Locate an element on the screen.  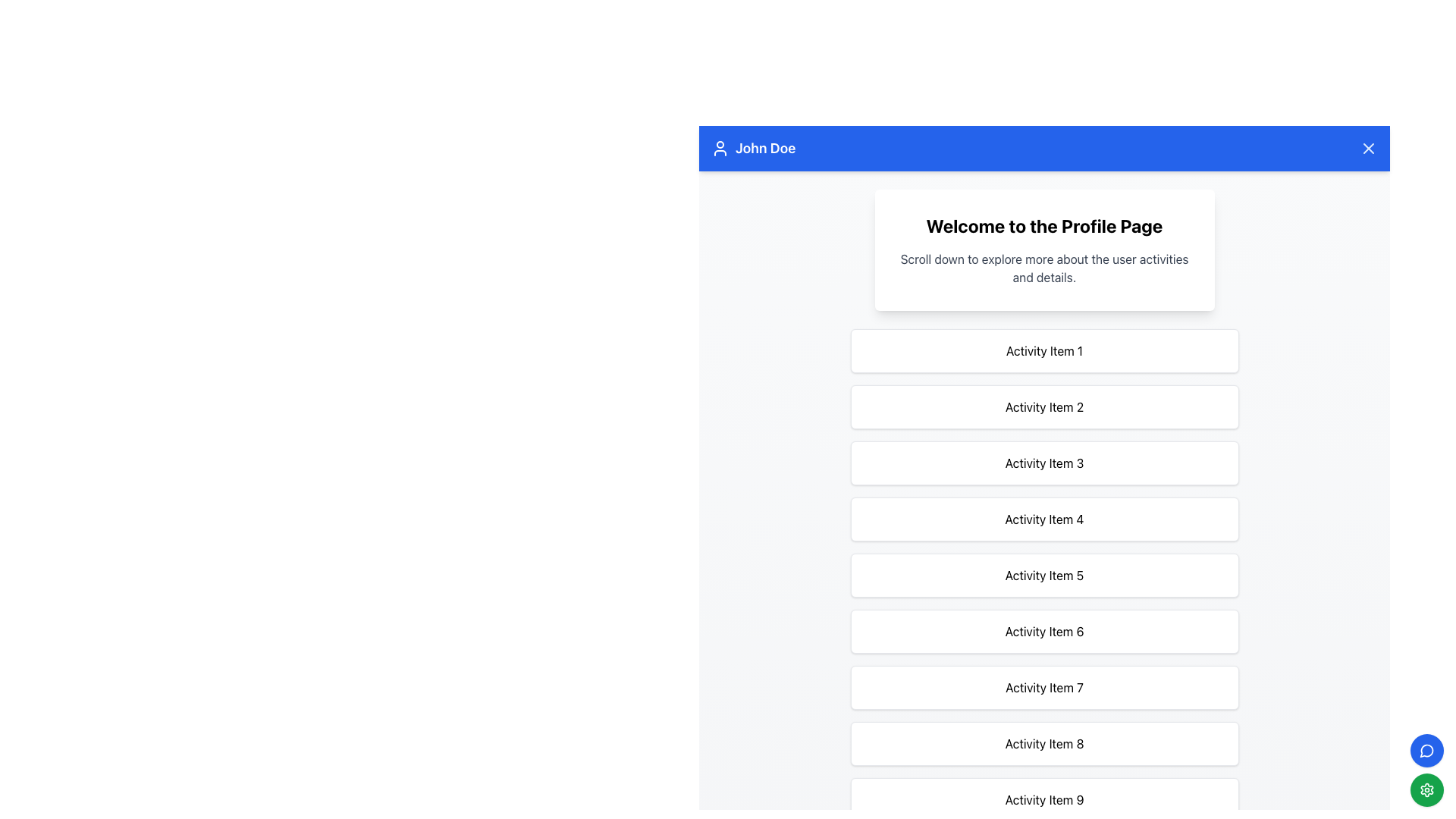
the gear icon inside the green circle located in the bottom-right corner of the interface is located at coordinates (1426, 789).